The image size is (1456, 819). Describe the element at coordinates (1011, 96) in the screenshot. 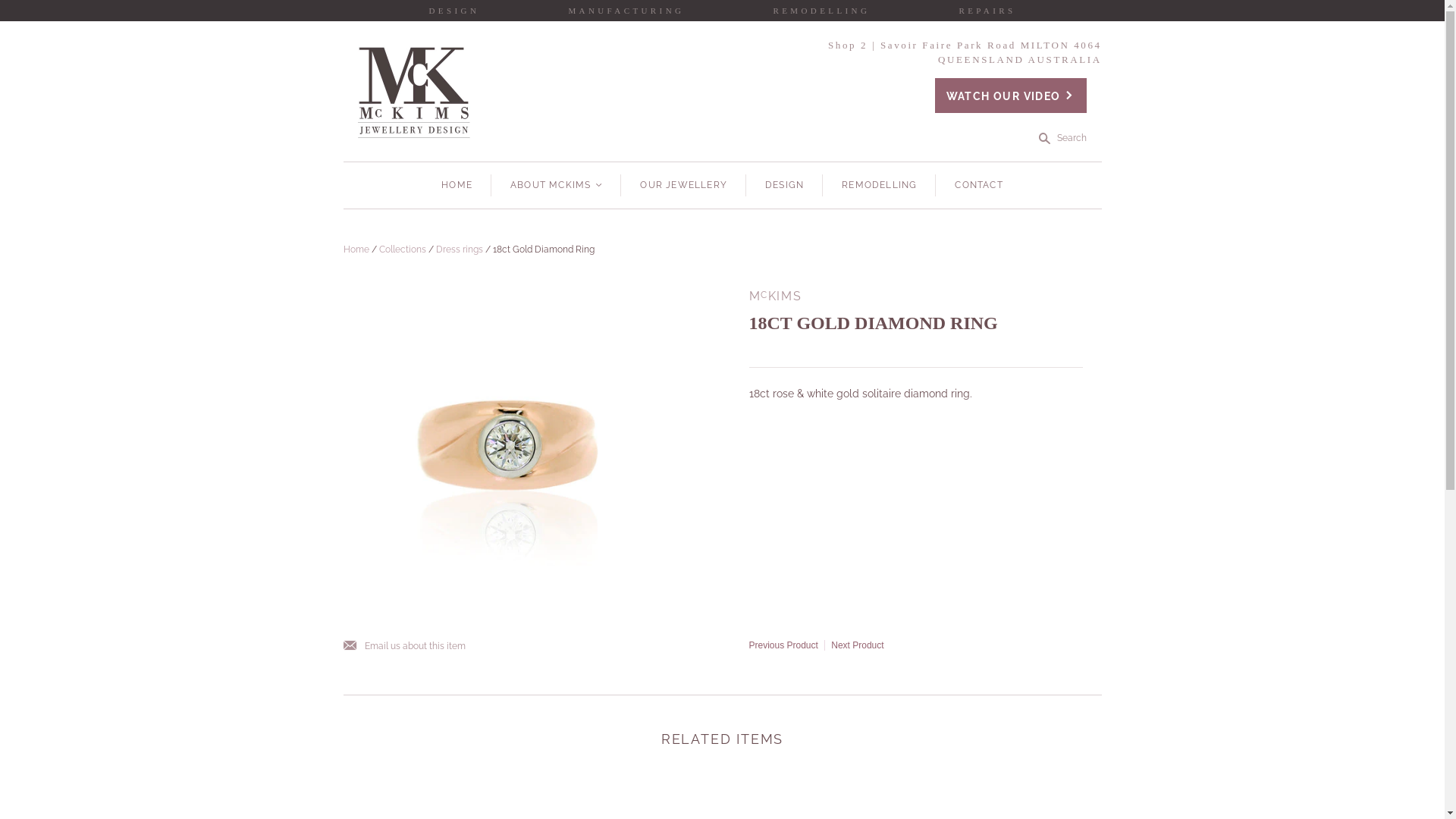

I see `'WATCH OUR VIDEO >'` at that location.